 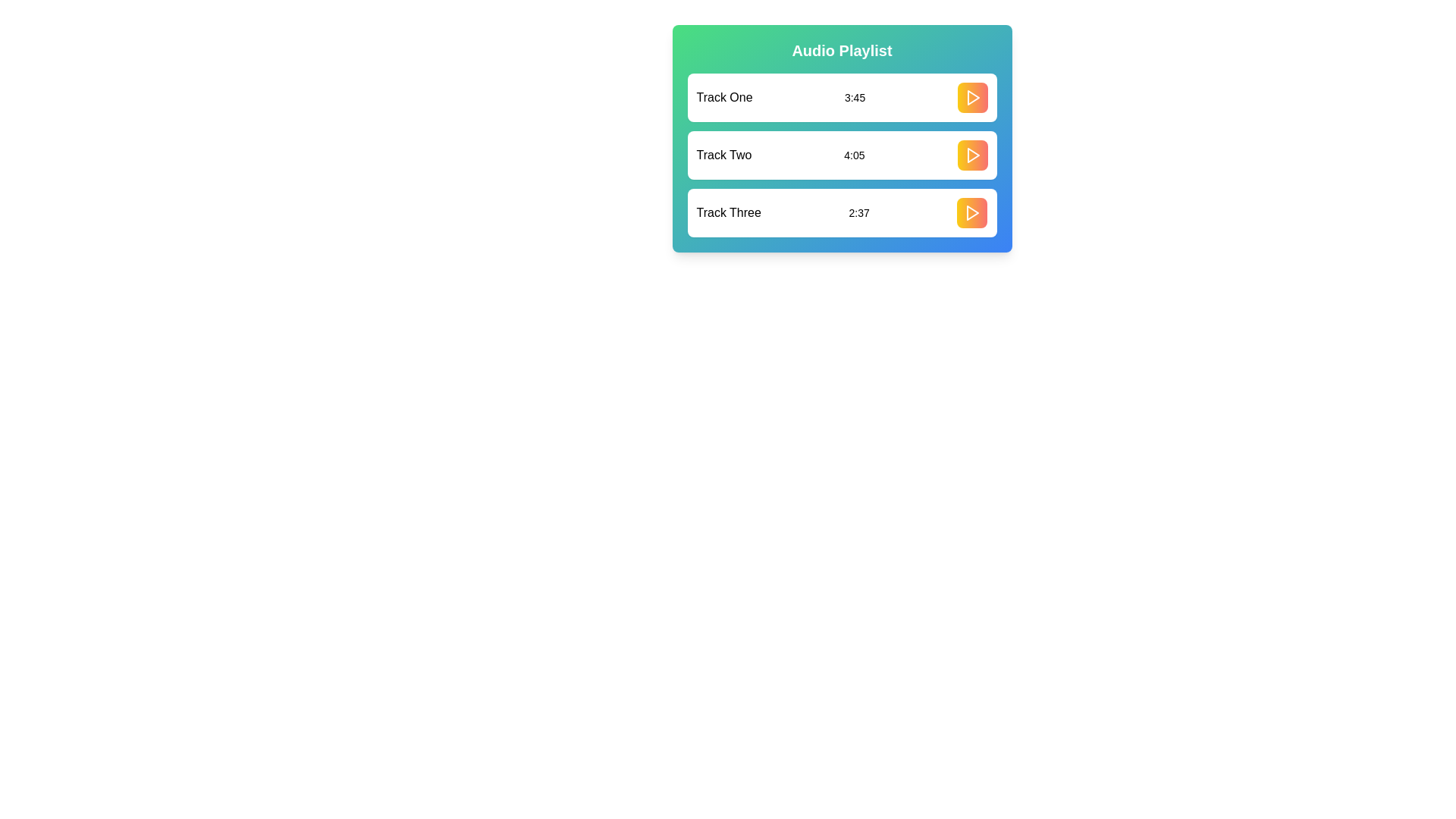 What do you see at coordinates (855, 155) in the screenshot?
I see `the Text label displaying '4:05' in the second row of the track items list aligned to the right of 'Track Two'` at bounding box center [855, 155].